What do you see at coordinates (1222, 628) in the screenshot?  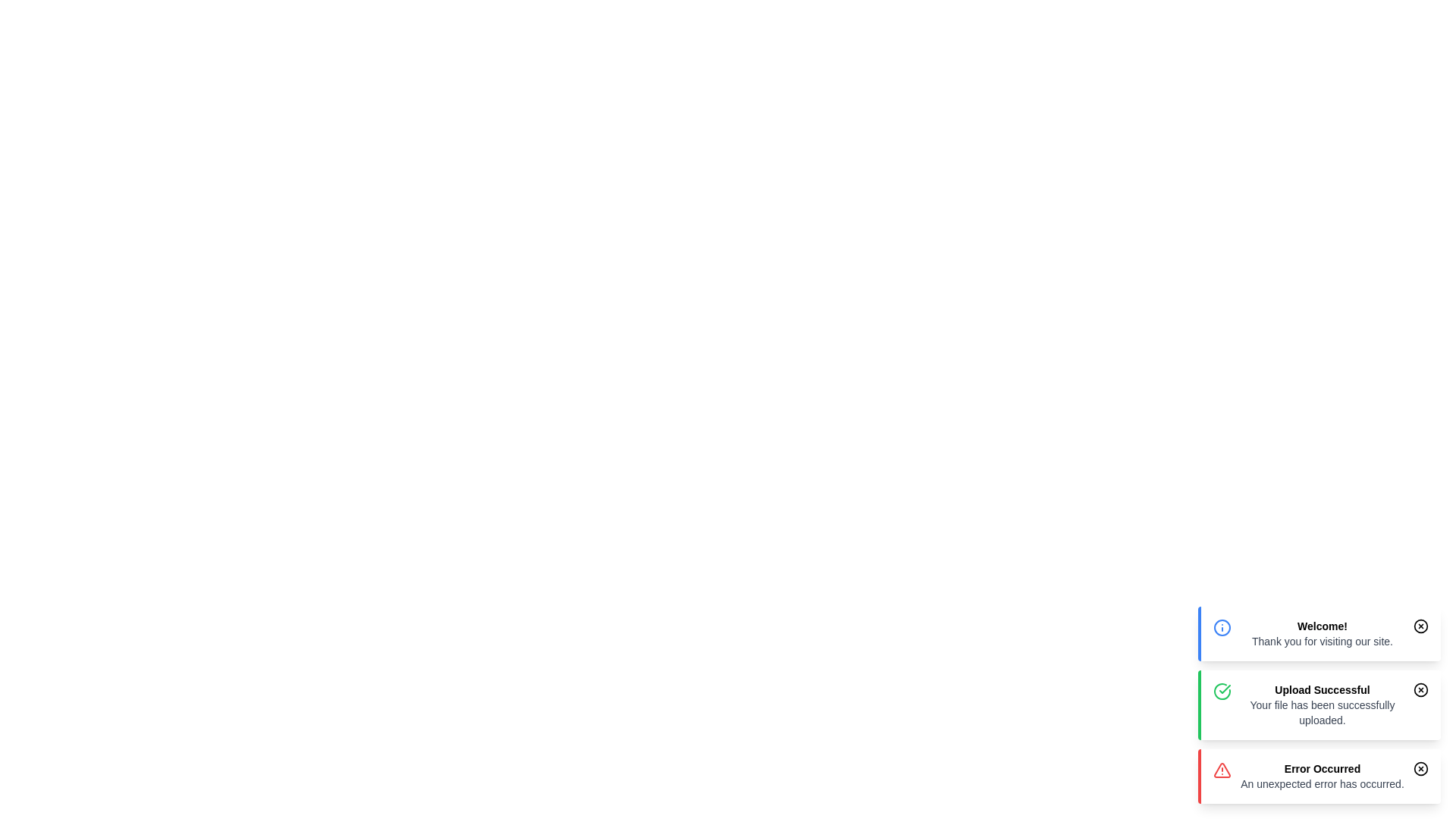 I see `the blue circular icon with an outlined border representing information or notification, located beside the 'Welcome!' text in the notification card` at bounding box center [1222, 628].